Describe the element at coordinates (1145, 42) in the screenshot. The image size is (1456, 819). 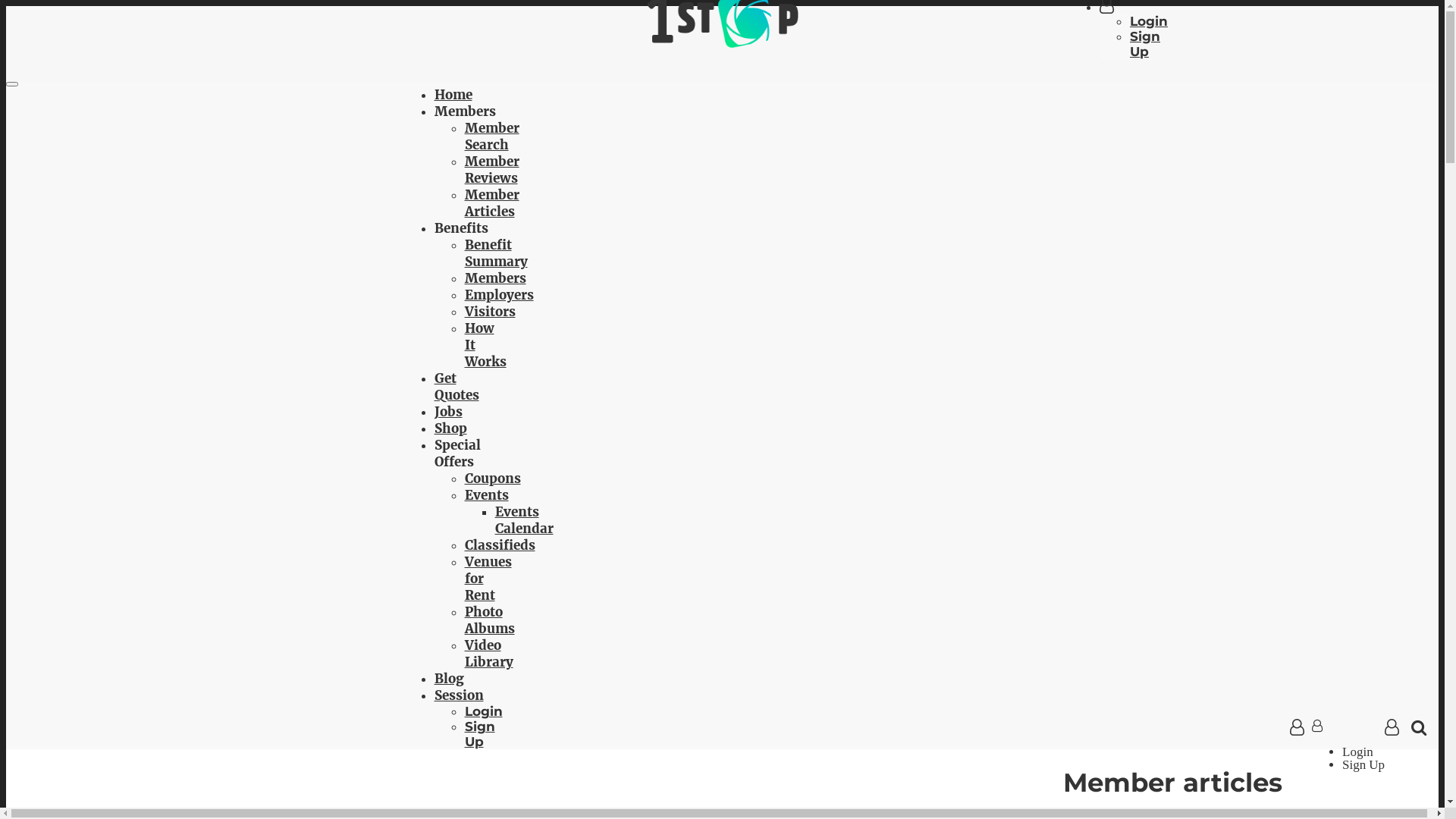
I see `'Sign Up'` at that location.